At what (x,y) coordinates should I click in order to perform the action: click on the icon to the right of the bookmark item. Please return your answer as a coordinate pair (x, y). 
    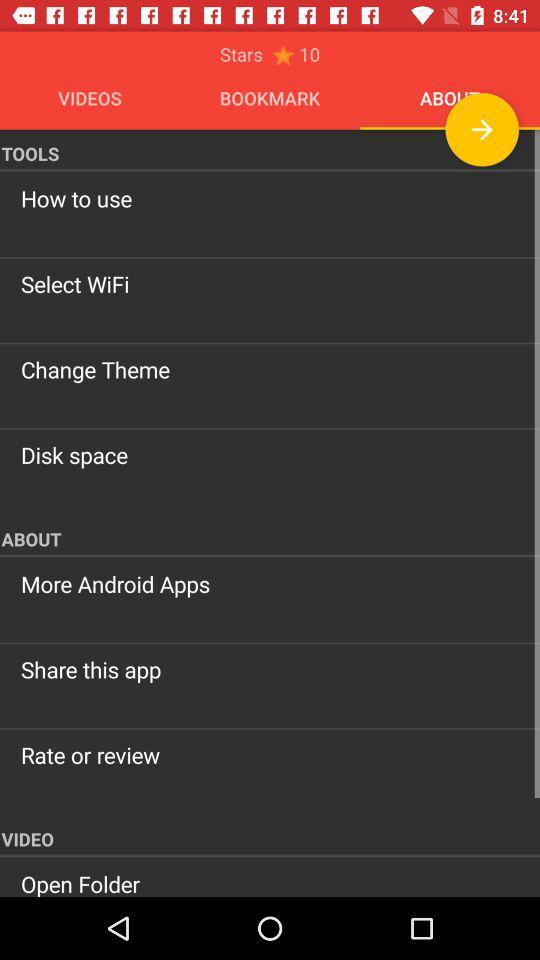
    Looking at the image, I should click on (481, 128).